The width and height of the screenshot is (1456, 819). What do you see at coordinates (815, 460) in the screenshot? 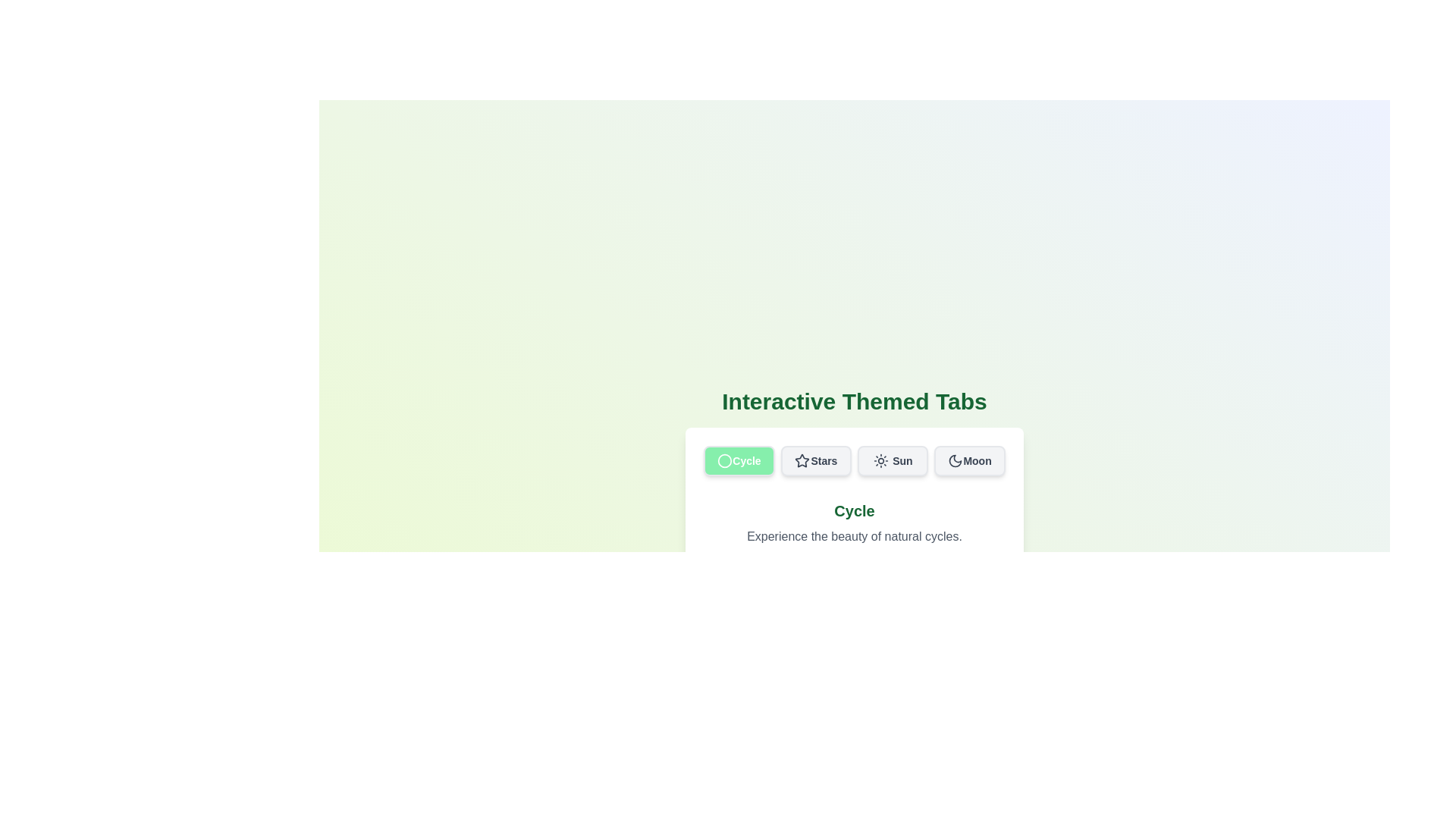
I see `the tab labeled Stars` at bounding box center [815, 460].